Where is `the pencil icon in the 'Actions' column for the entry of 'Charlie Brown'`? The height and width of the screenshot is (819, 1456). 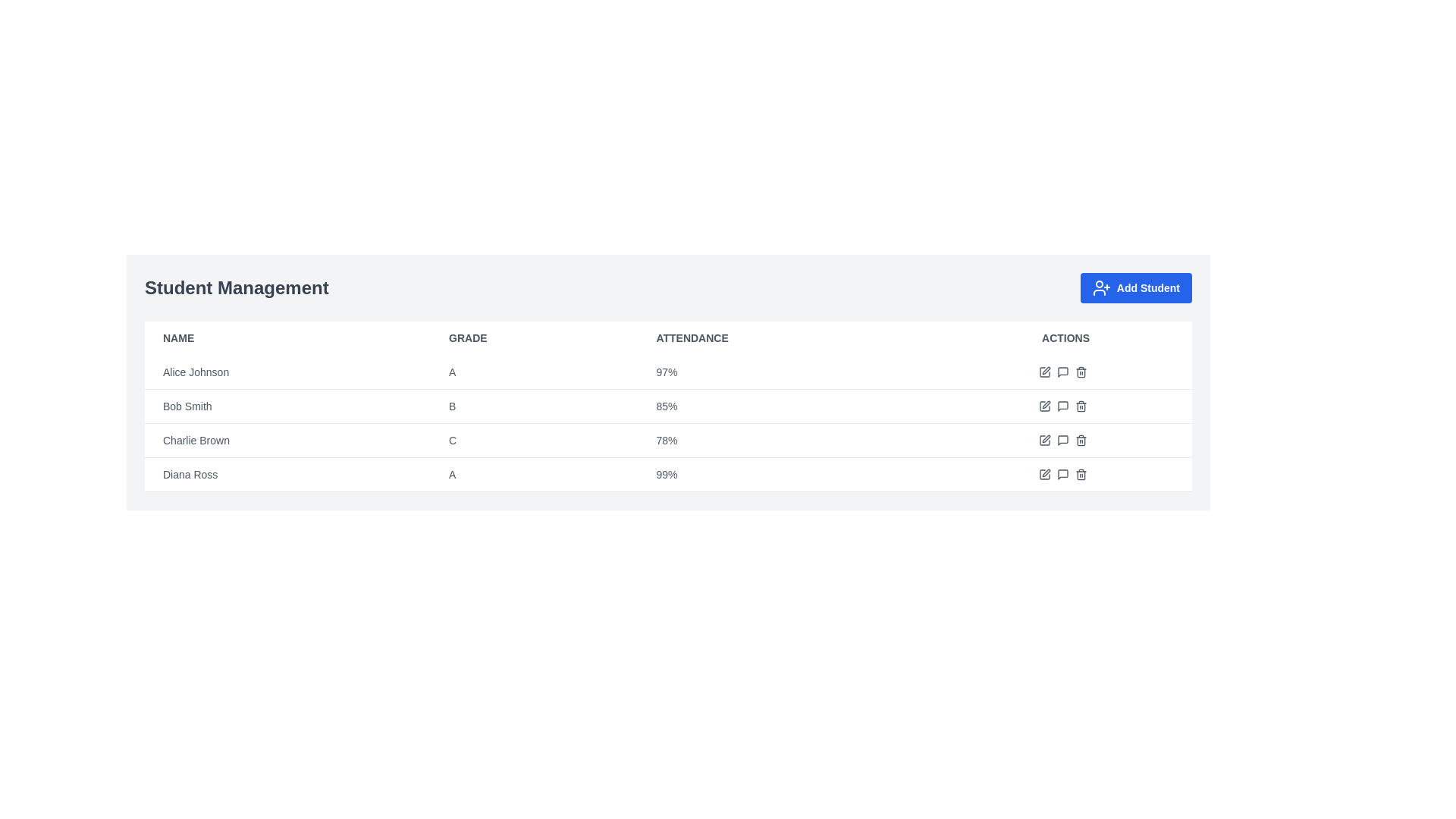
the pencil icon in the 'Actions' column for the entry of 'Charlie Brown' is located at coordinates (1065, 441).